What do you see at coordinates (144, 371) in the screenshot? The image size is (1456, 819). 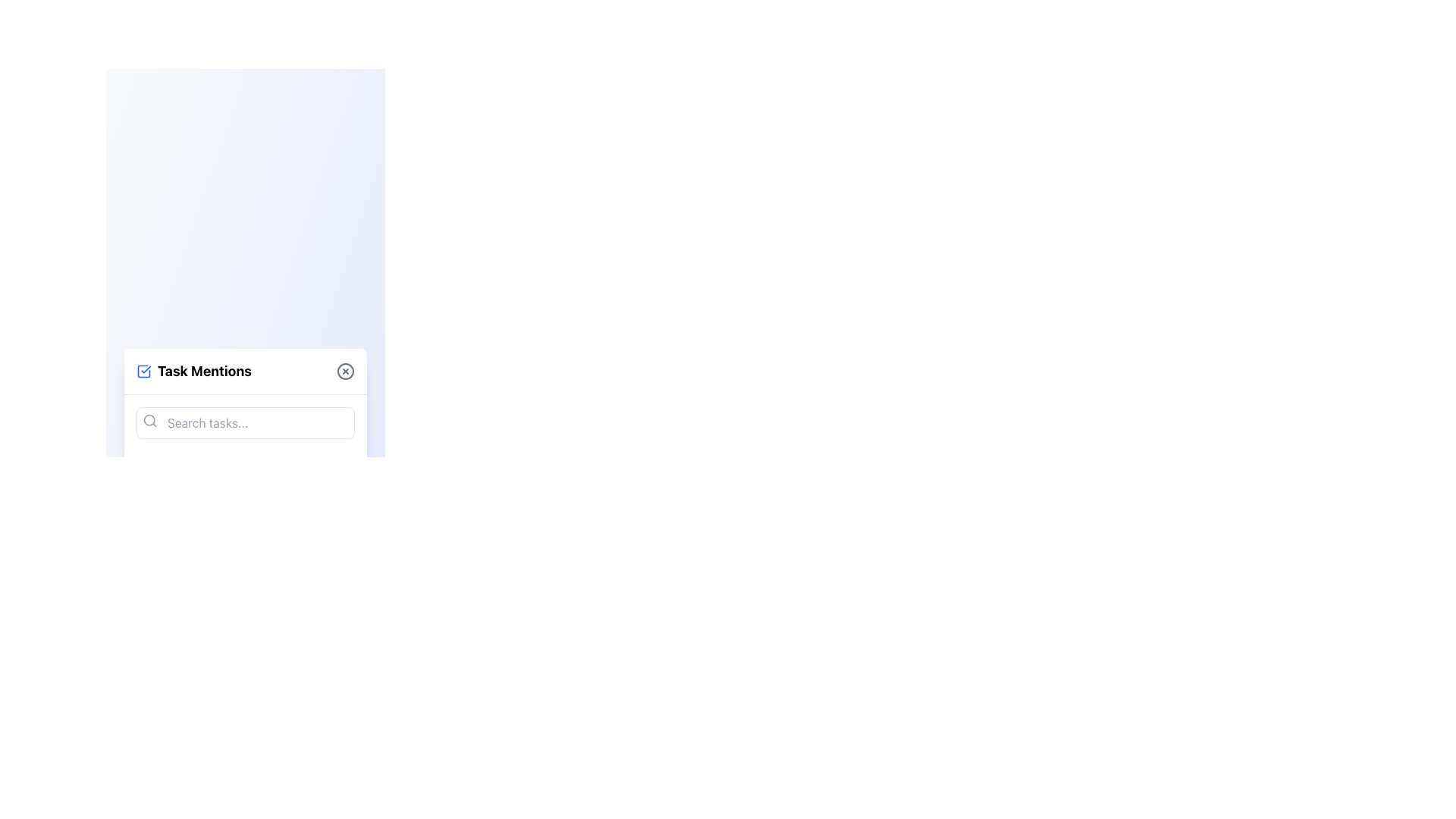 I see `the blue square icon with rounded edges containing a check mark symbol, which is located to the left of the 'Task Mentions' text in the header area` at bounding box center [144, 371].